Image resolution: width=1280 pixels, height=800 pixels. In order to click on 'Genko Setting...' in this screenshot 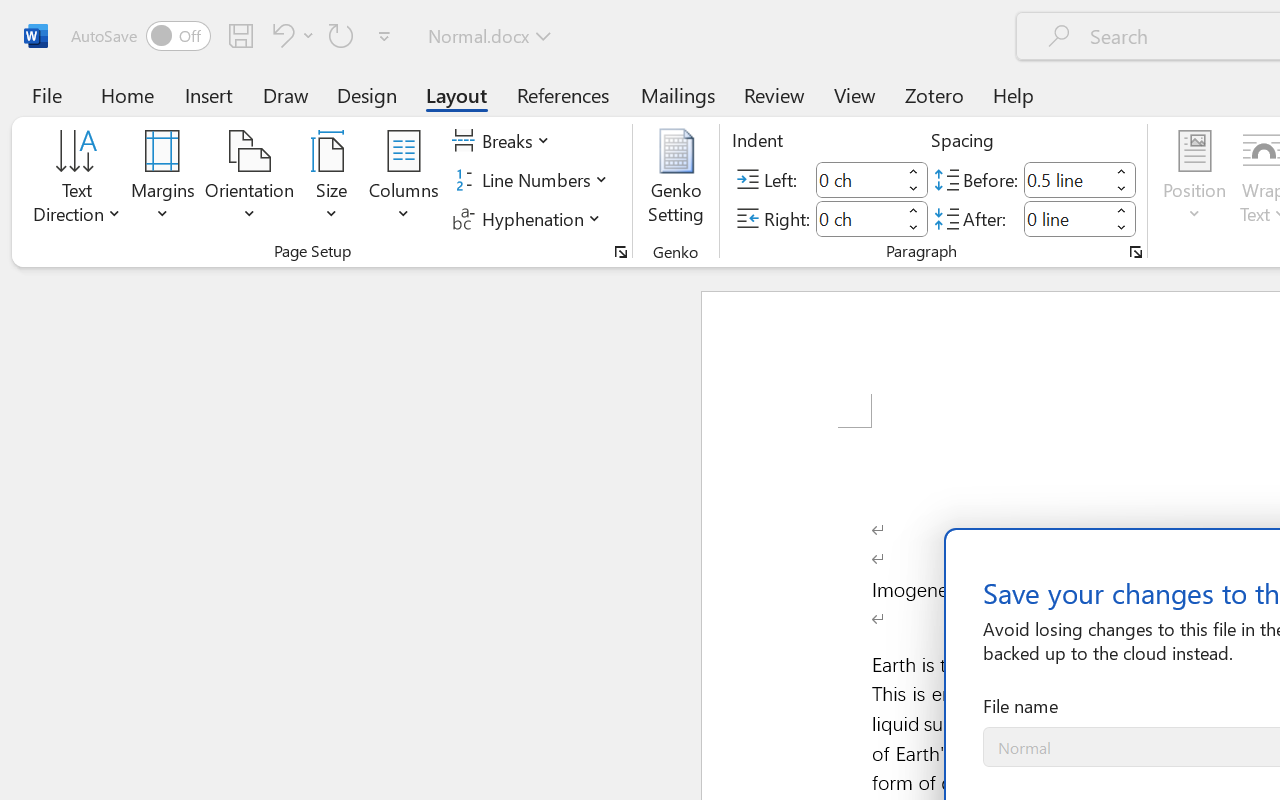, I will do `click(676, 179)`.